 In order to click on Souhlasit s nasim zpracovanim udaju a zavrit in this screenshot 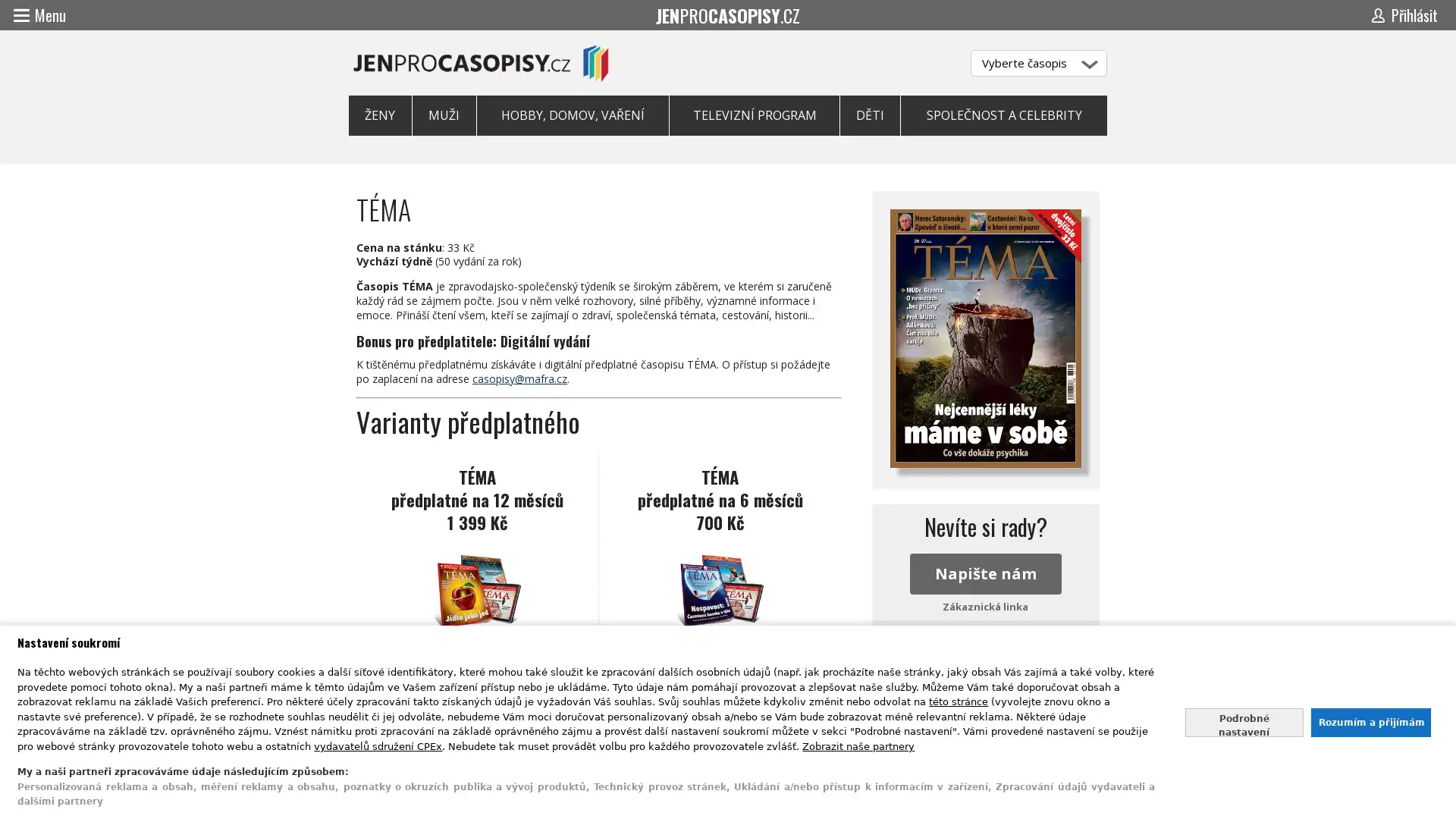, I will do `click(1370, 721)`.